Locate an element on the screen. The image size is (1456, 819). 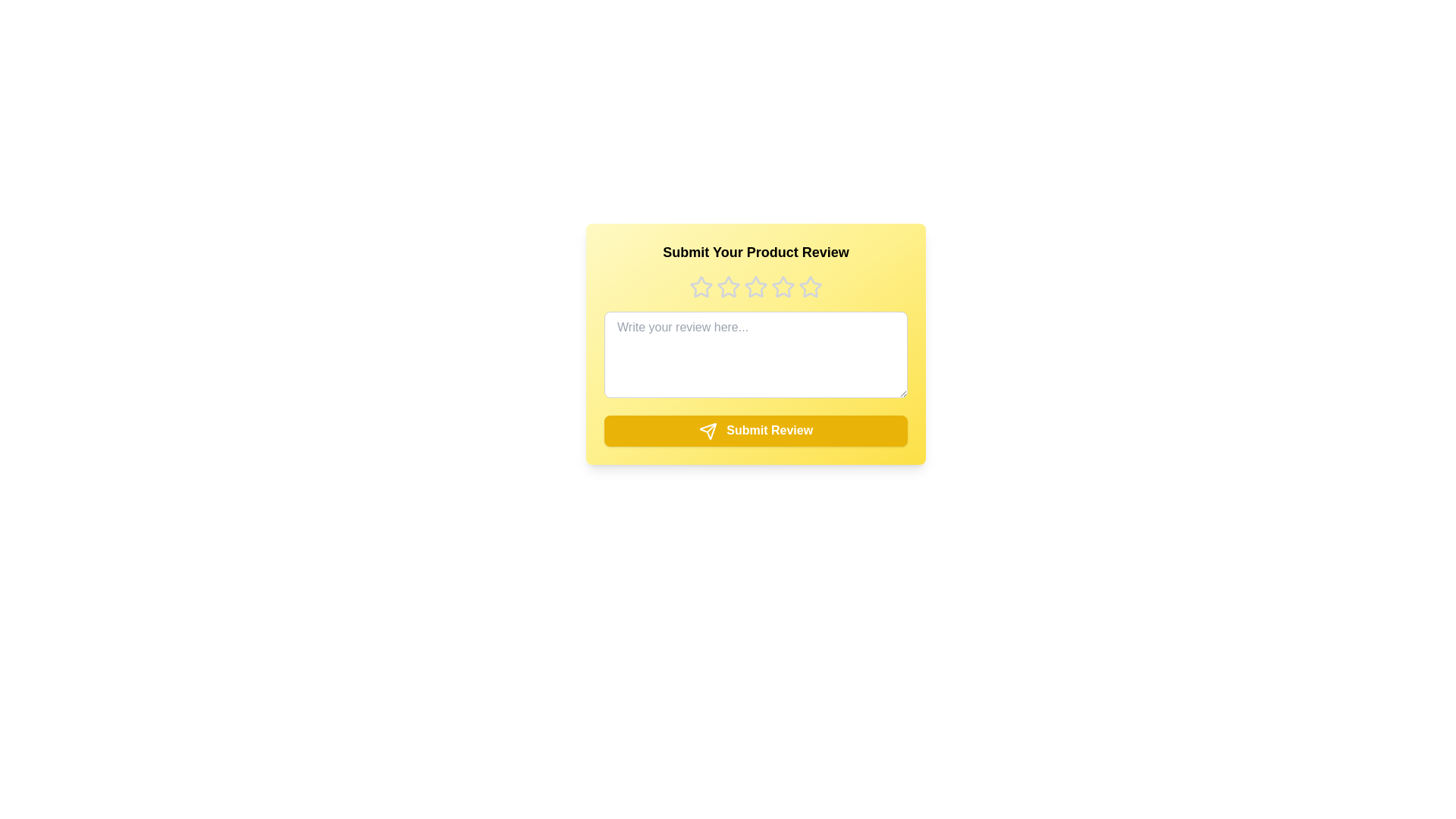
the graphical icon component that represents actions or navigation cues tied to a submission operation, located right before the 'Submit Review' button in the yellow action area is located at coordinates (707, 431).